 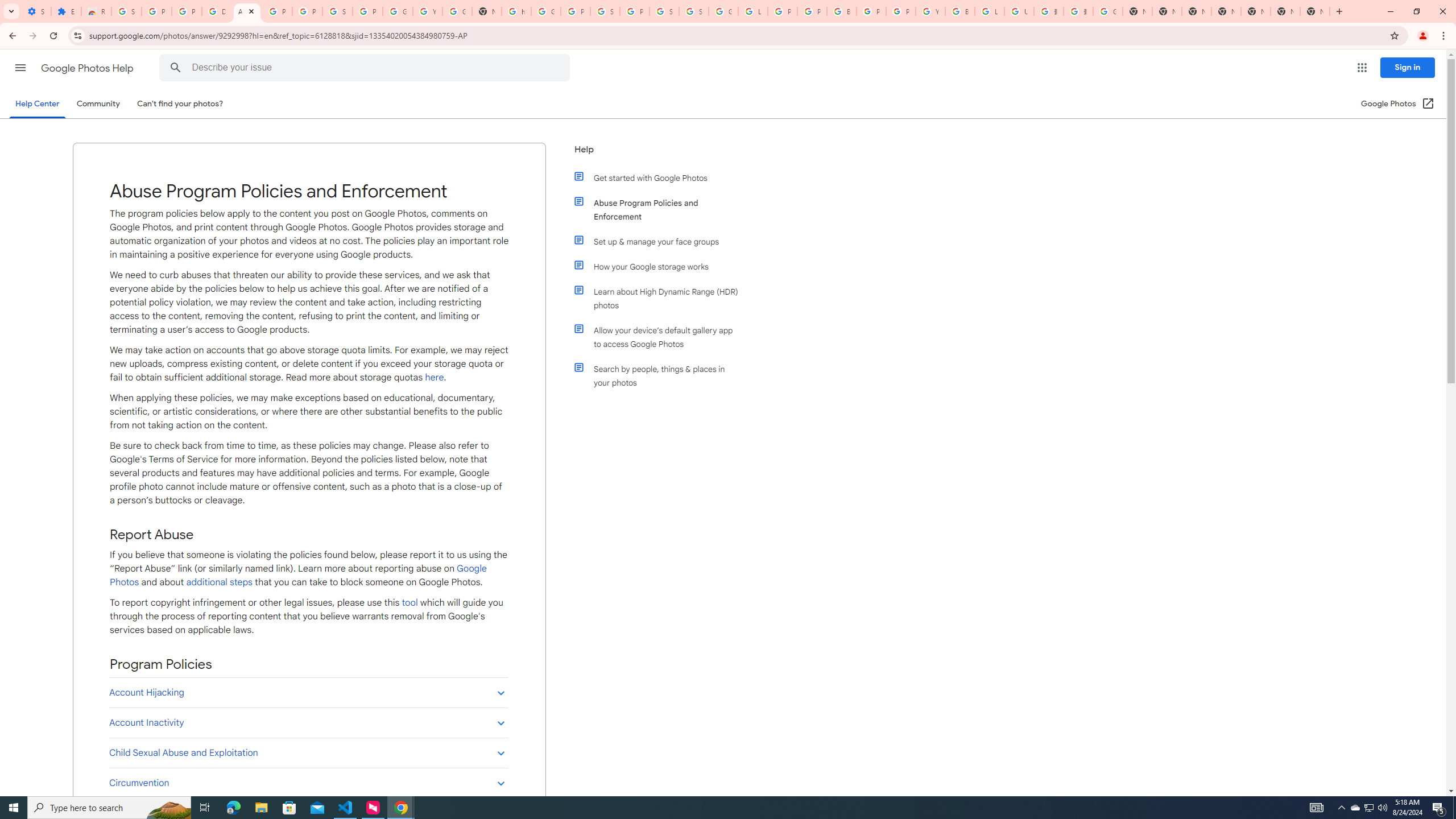 What do you see at coordinates (661, 298) in the screenshot?
I see `'Learn about High Dynamic Range (HDR) photos'` at bounding box center [661, 298].